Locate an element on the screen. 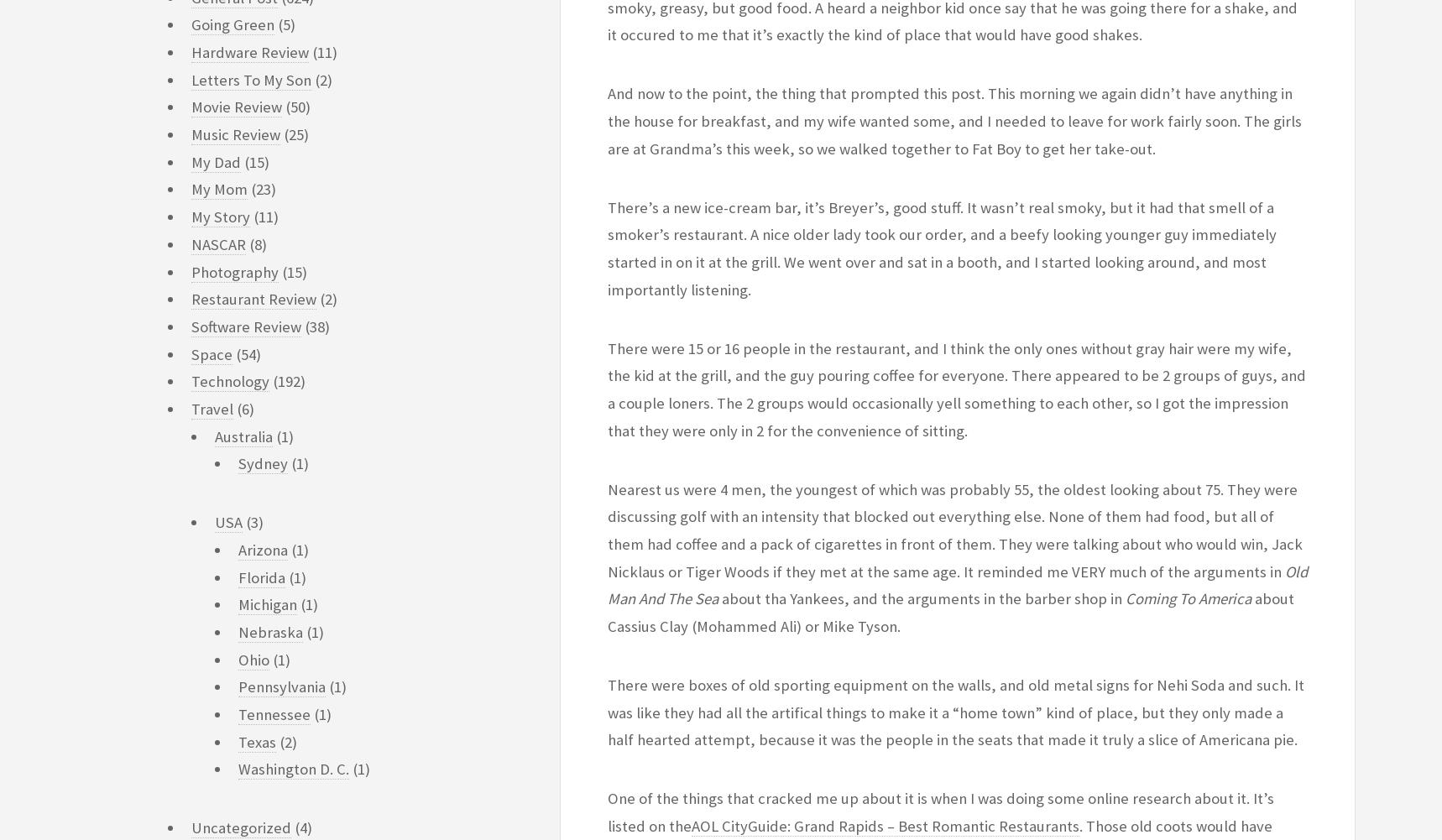  '(5)' is located at coordinates (274, 24).